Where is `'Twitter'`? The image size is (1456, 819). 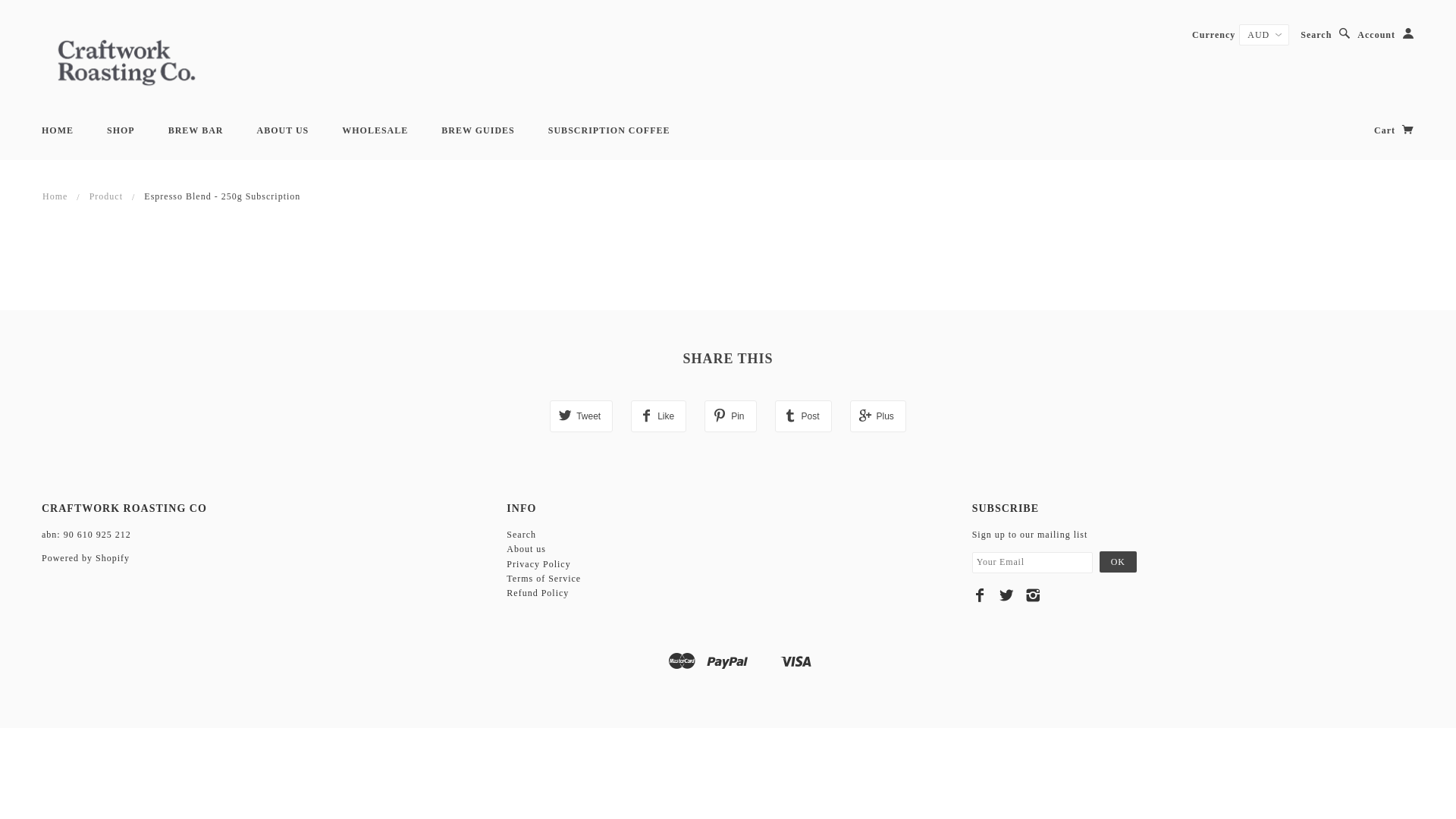 'Twitter' is located at coordinates (1006, 595).